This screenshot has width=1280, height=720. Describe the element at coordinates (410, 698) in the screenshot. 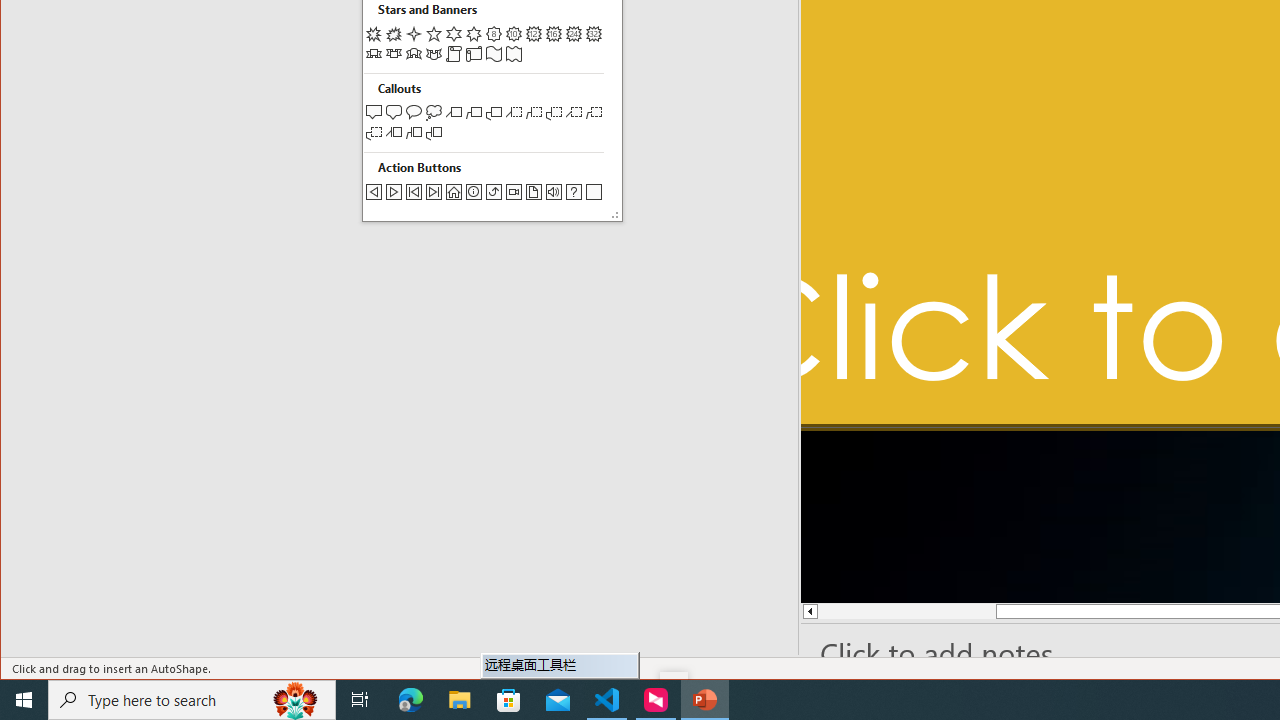

I see `'Microsoft Edge'` at that location.